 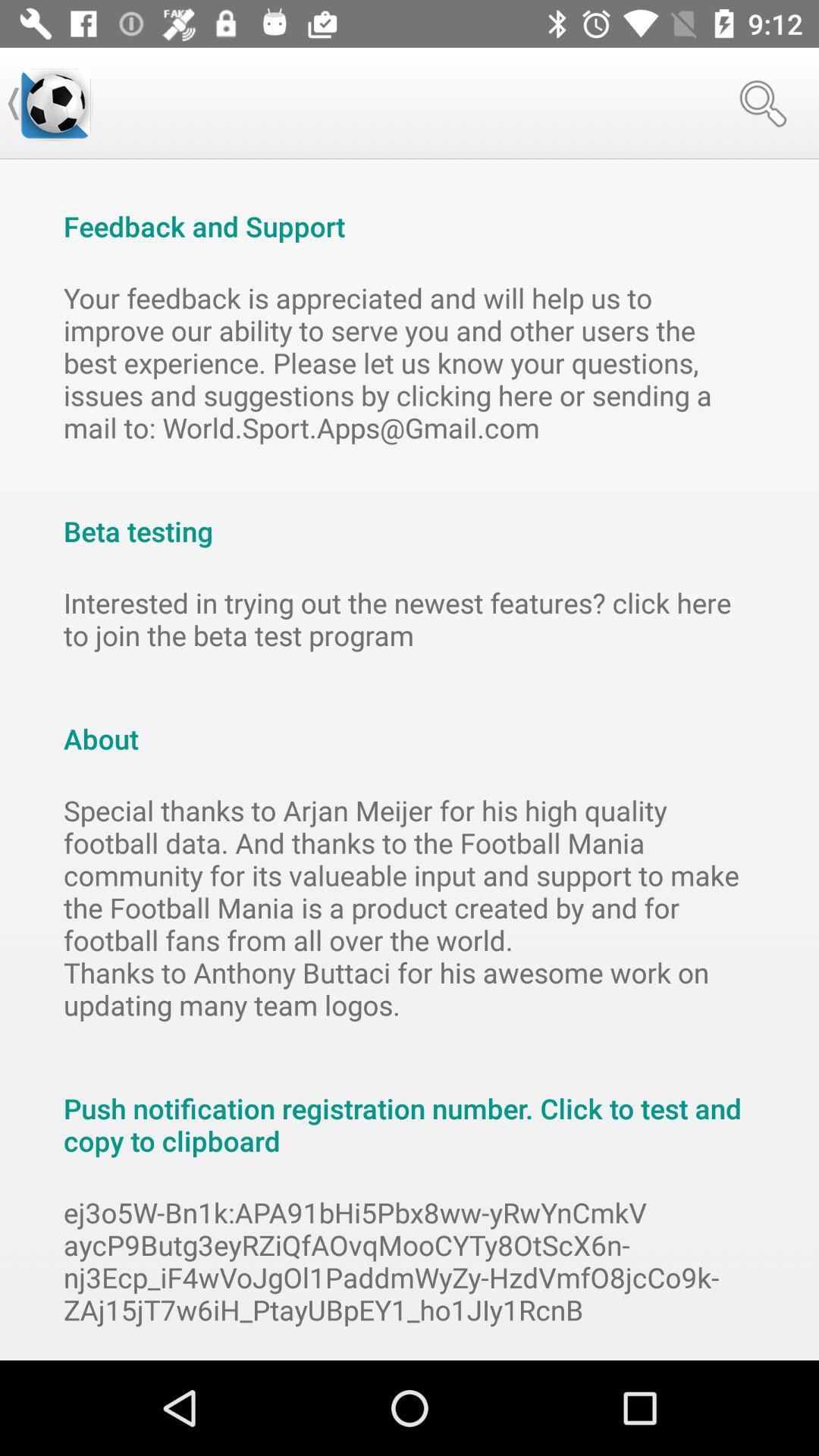 What do you see at coordinates (409, 1109) in the screenshot?
I see `the item below the special thanks to icon` at bounding box center [409, 1109].